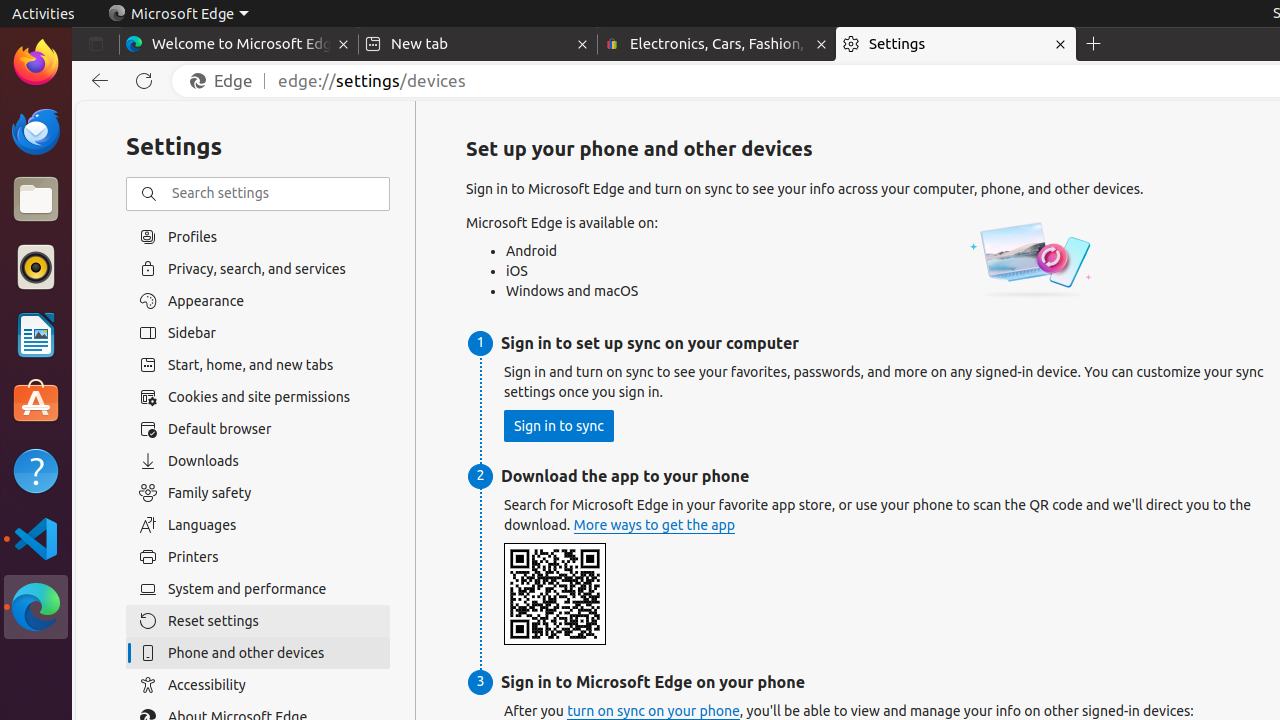  Describe the element at coordinates (257, 397) in the screenshot. I see `'Cookies and site permissions'` at that location.